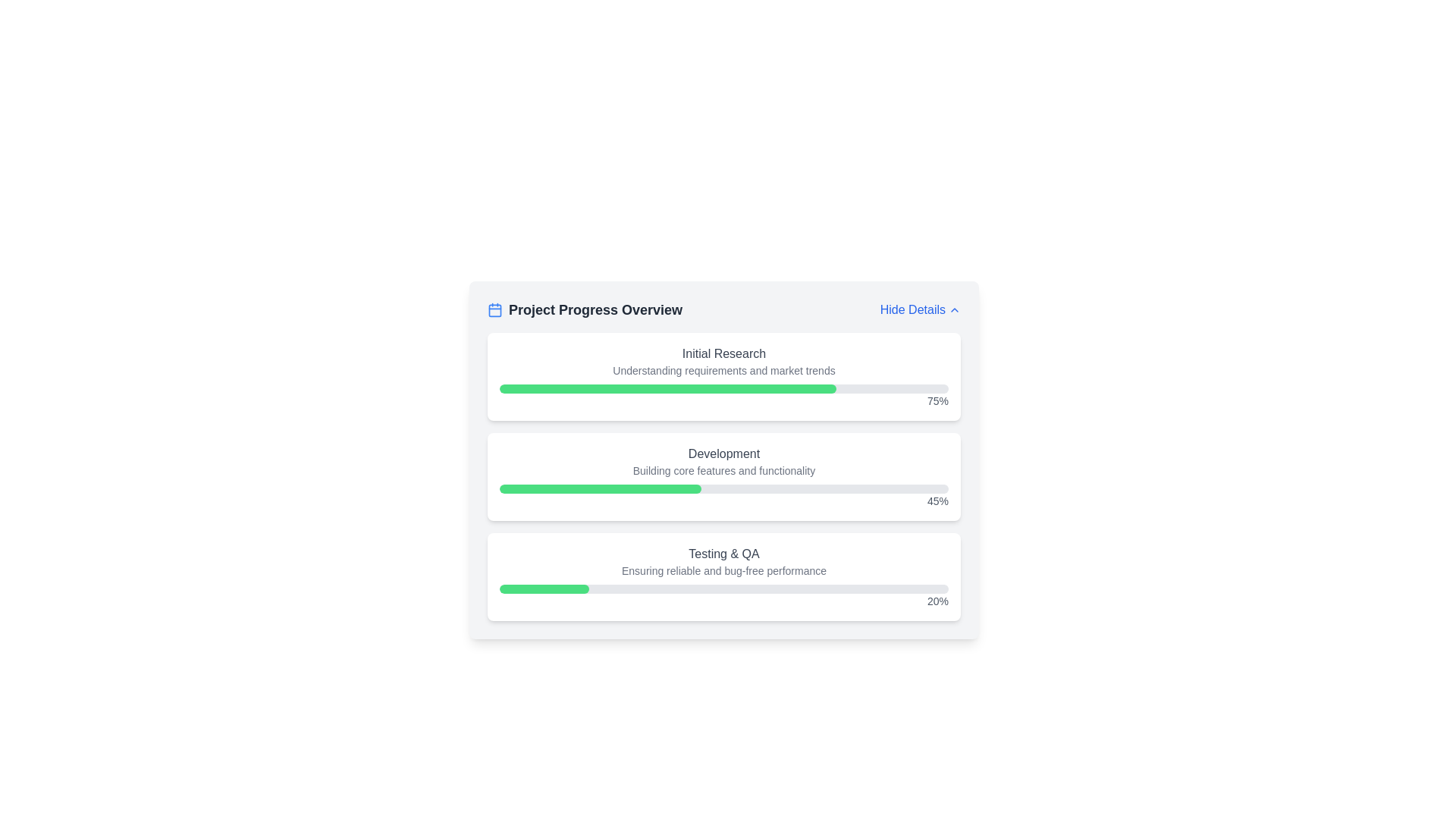  Describe the element at coordinates (723, 453) in the screenshot. I see `the text label reading 'Development' which is styled with a medium-sized gray bold font, located at the center of a card layout above a descriptive statement and a progress bar` at that location.